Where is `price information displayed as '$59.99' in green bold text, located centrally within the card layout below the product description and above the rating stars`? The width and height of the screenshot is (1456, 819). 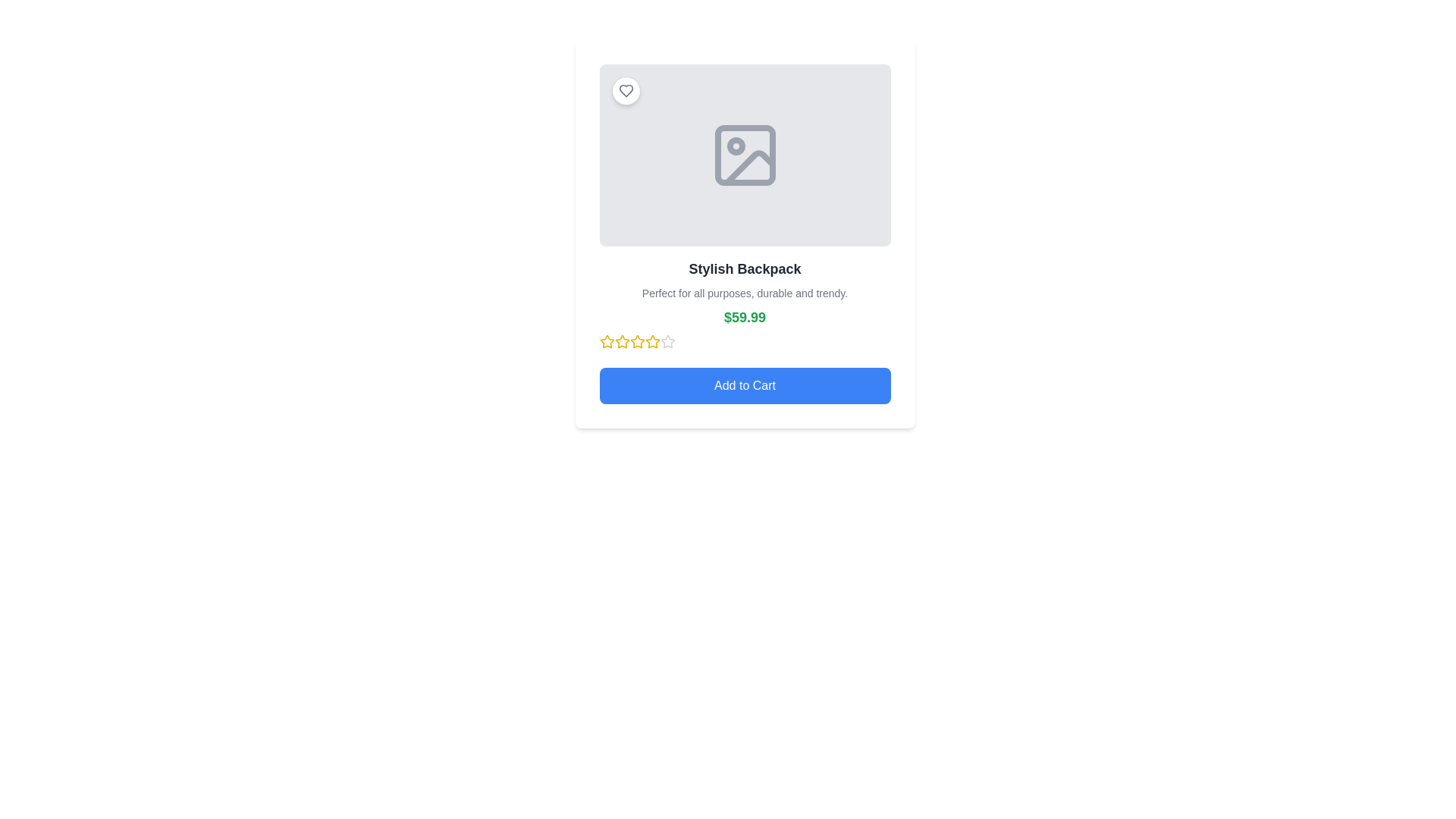 price information displayed as '$59.99' in green bold text, located centrally within the card layout below the product description and above the rating stars is located at coordinates (745, 327).